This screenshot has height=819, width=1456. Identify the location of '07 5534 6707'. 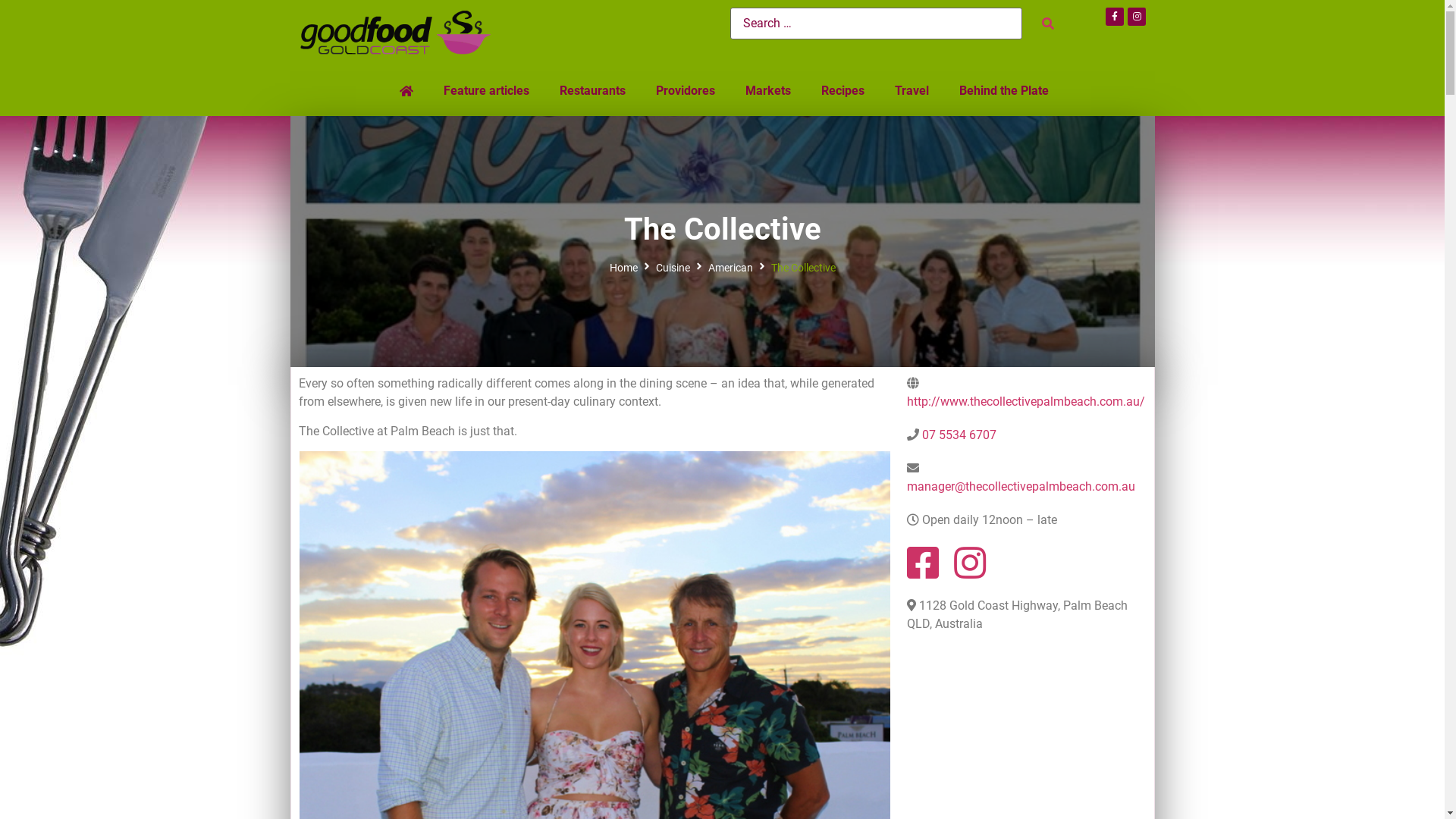
(959, 435).